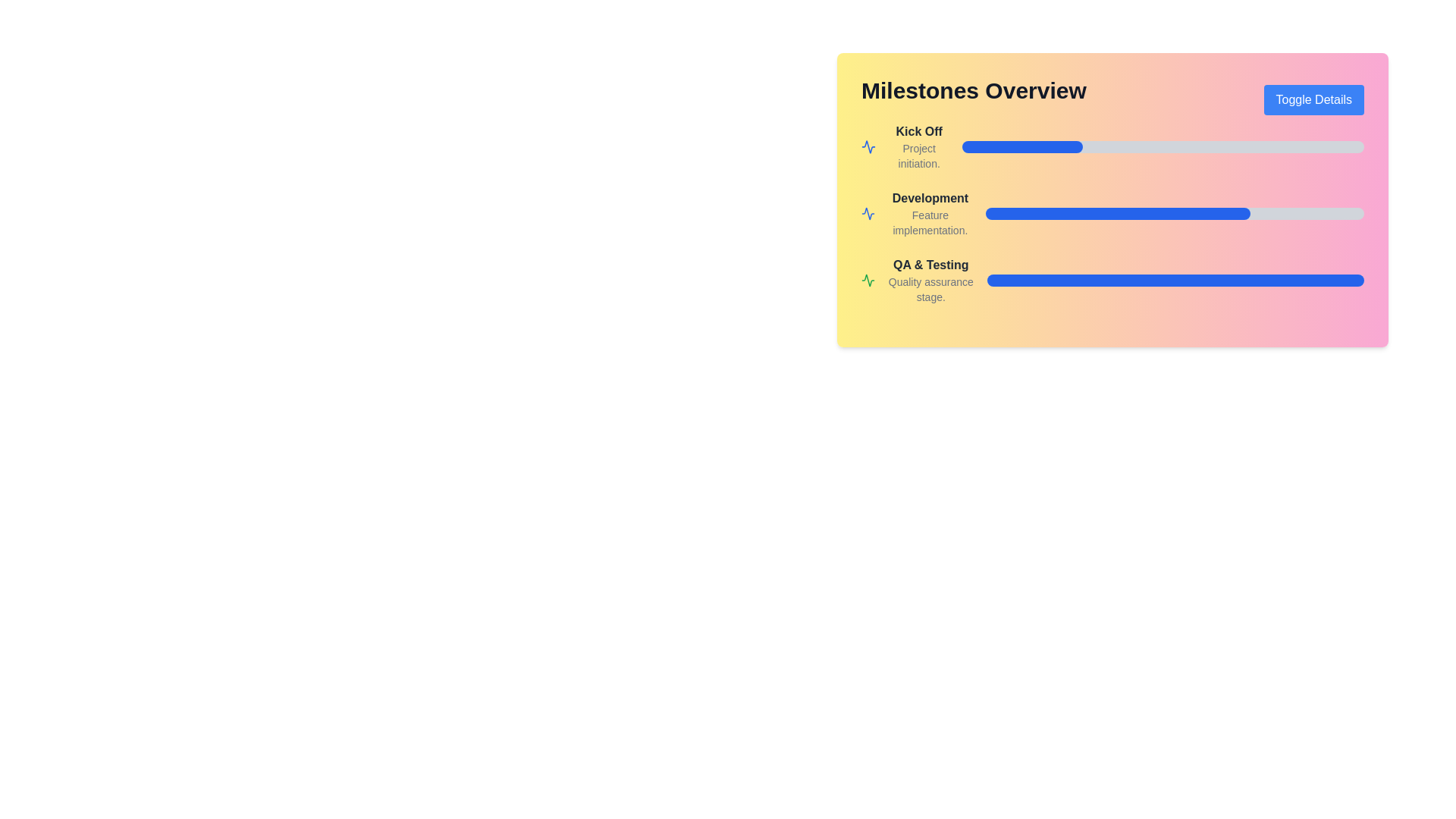 The image size is (1456, 819). Describe the element at coordinates (1112, 281) in the screenshot. I see `the progress bar of the 'QA & Testing' milestone component, which features a blue bar with a red marker and is part of a vertical sequence of milestones` at that location.